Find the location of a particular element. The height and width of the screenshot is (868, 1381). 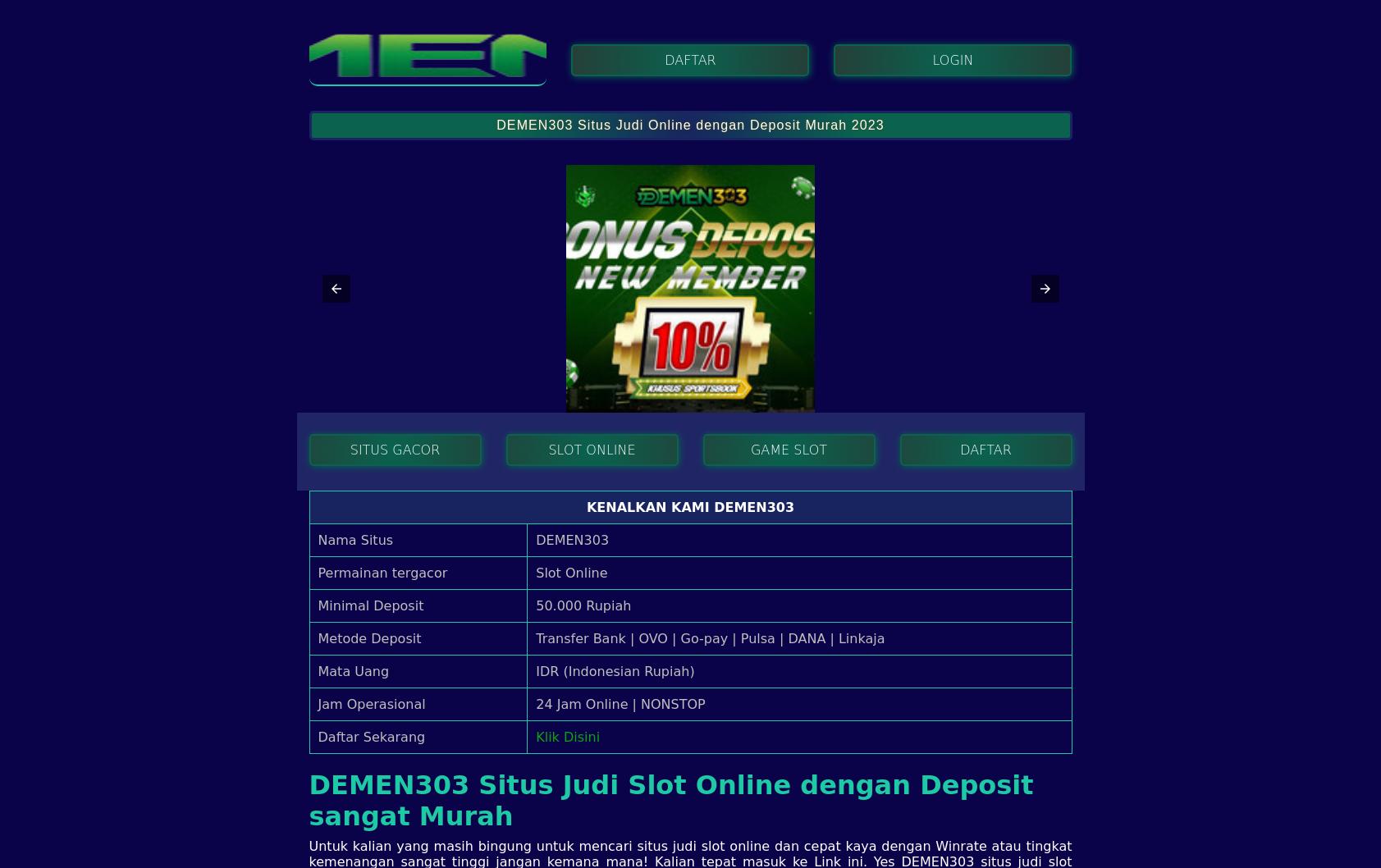

'DEMEN303 Situs Judi Online dengan Deposit Murah 2023' is located at coordinates (688, 123).